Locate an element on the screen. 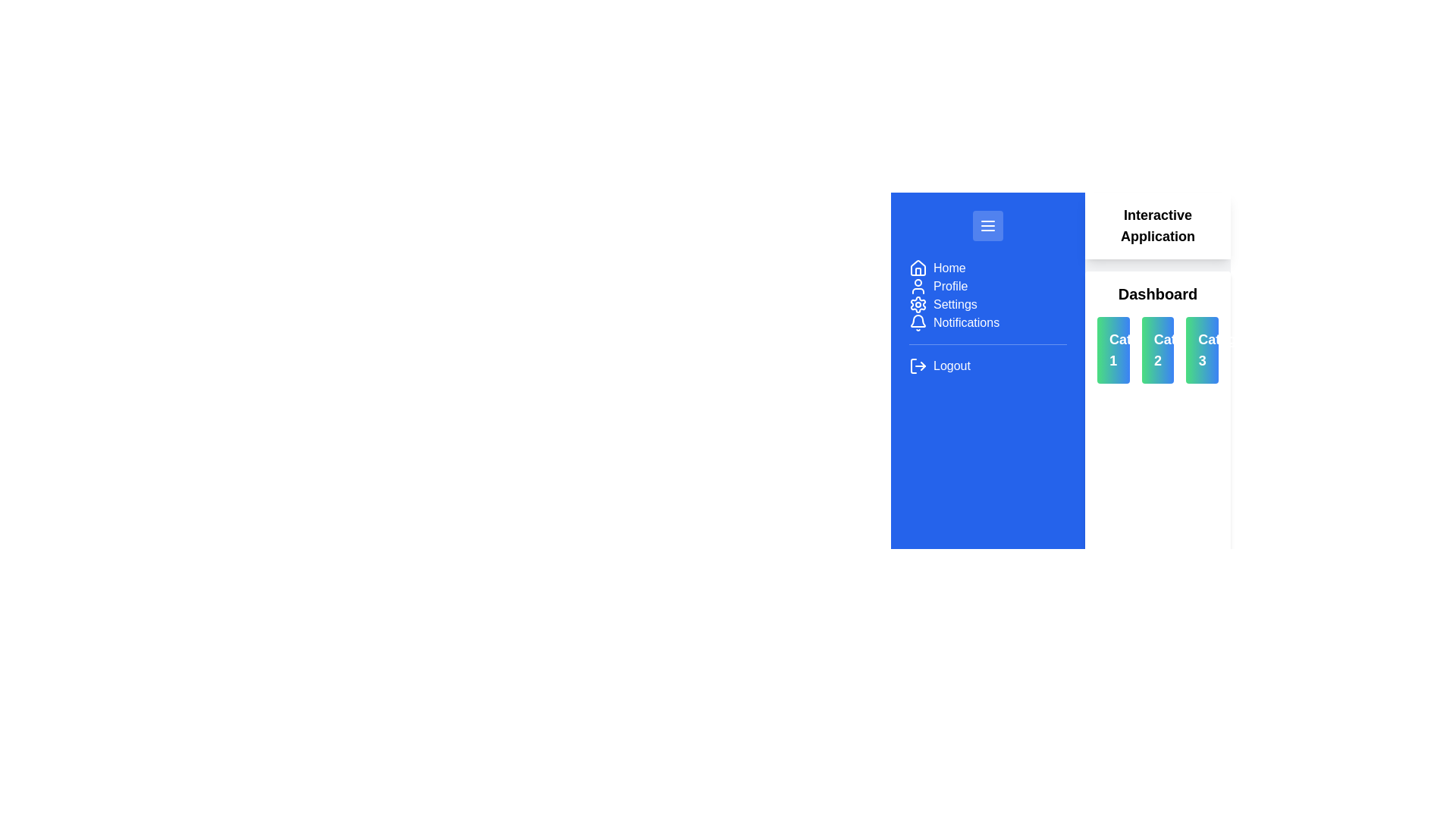  the second gradient button under the 'Dashboard' heading is located at coordinates (1156, 350).